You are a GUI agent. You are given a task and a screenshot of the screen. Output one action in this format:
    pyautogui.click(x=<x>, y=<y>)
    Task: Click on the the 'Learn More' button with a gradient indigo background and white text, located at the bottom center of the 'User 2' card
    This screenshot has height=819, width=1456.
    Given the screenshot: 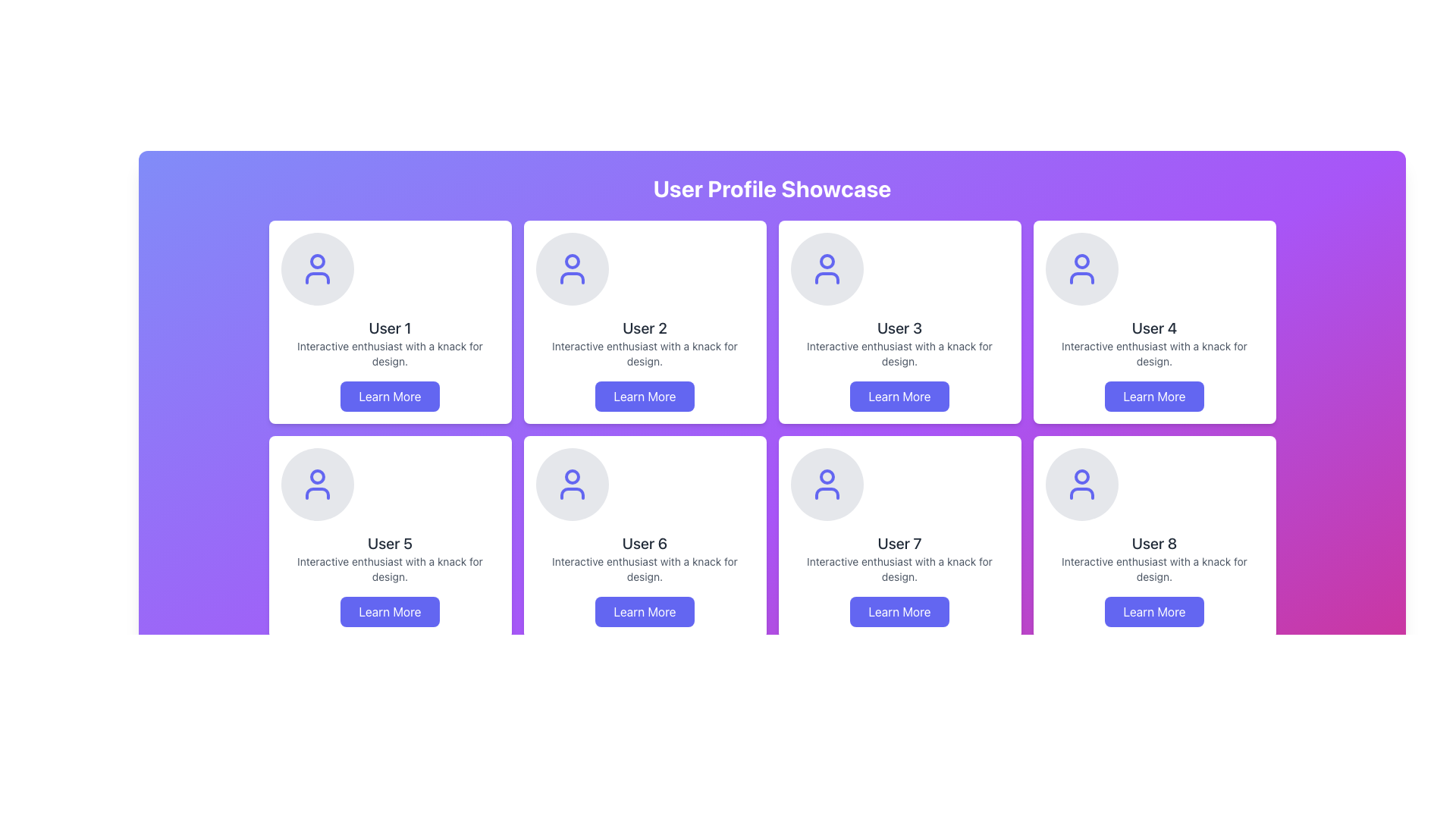 What is the action you would take?
    pyautogui.click(x=645, y=396)
    